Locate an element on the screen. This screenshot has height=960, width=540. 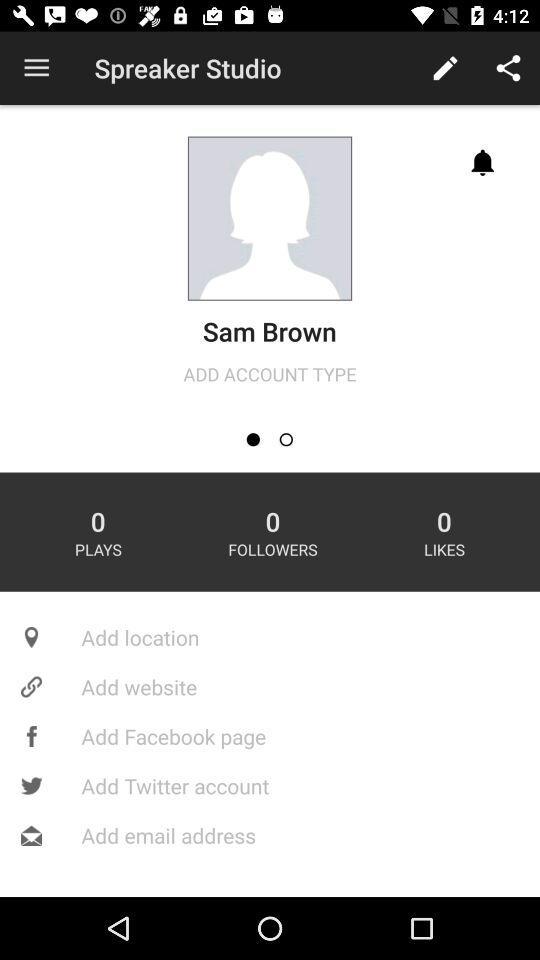
the app to the right of spreaker studio item is located at coordinates (445, 68).